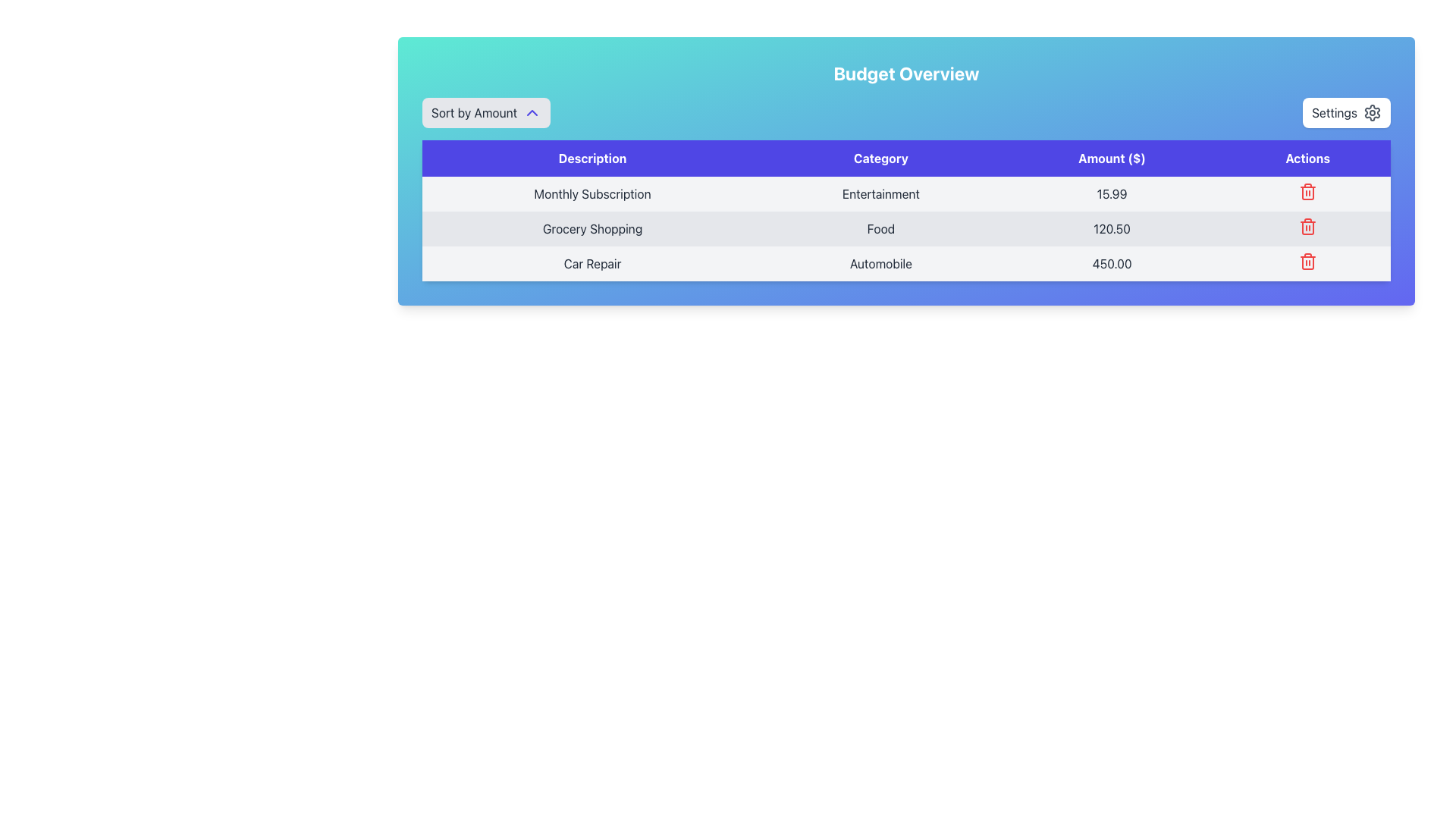 The image size is (1456, 819). I want to click on the upward-pointing chevron arrow icon located to the right of the 'Sort by Amount' text label, which is used for toggling the sorting order of a list or table, so click(532, 112).